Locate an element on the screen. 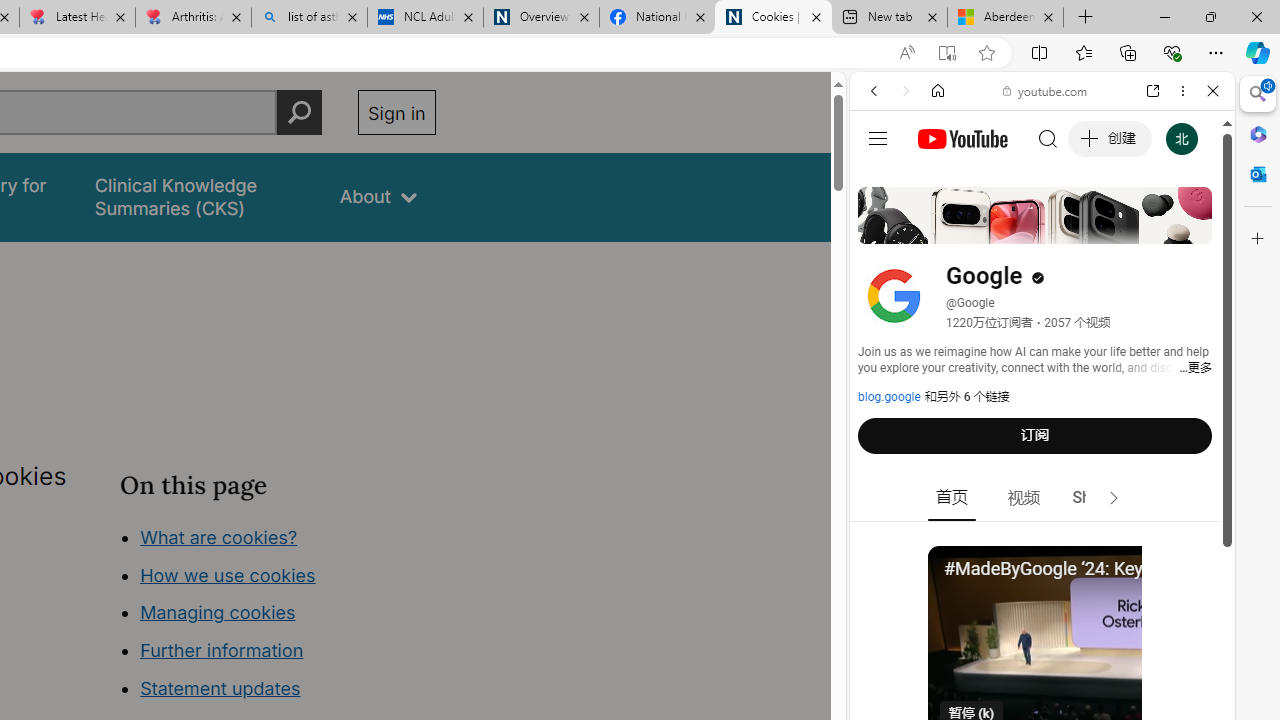  'Further information' is located at coordinates (222, 650).